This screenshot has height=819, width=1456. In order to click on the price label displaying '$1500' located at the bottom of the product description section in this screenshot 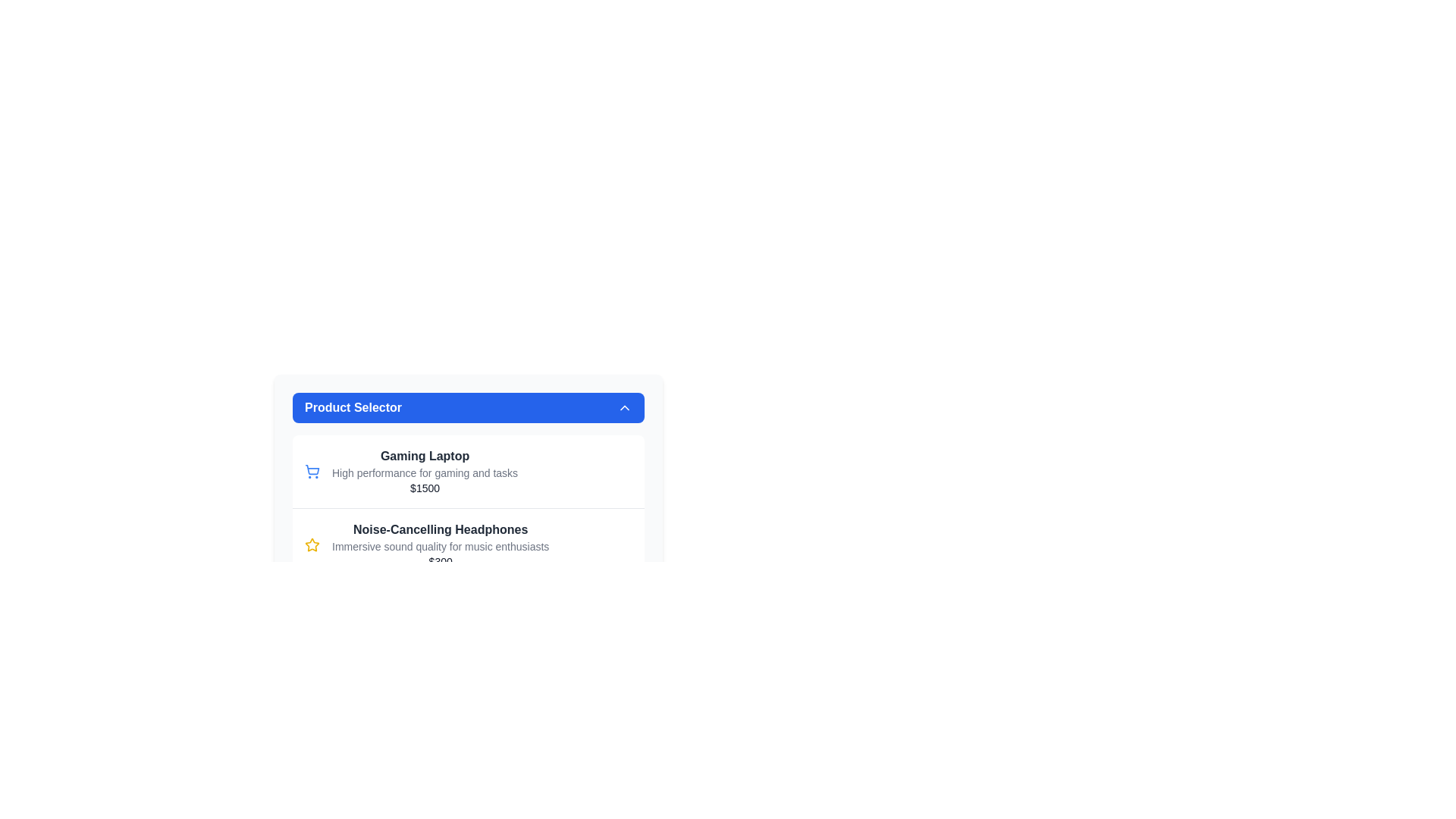, I will do `click(425, 488)`.